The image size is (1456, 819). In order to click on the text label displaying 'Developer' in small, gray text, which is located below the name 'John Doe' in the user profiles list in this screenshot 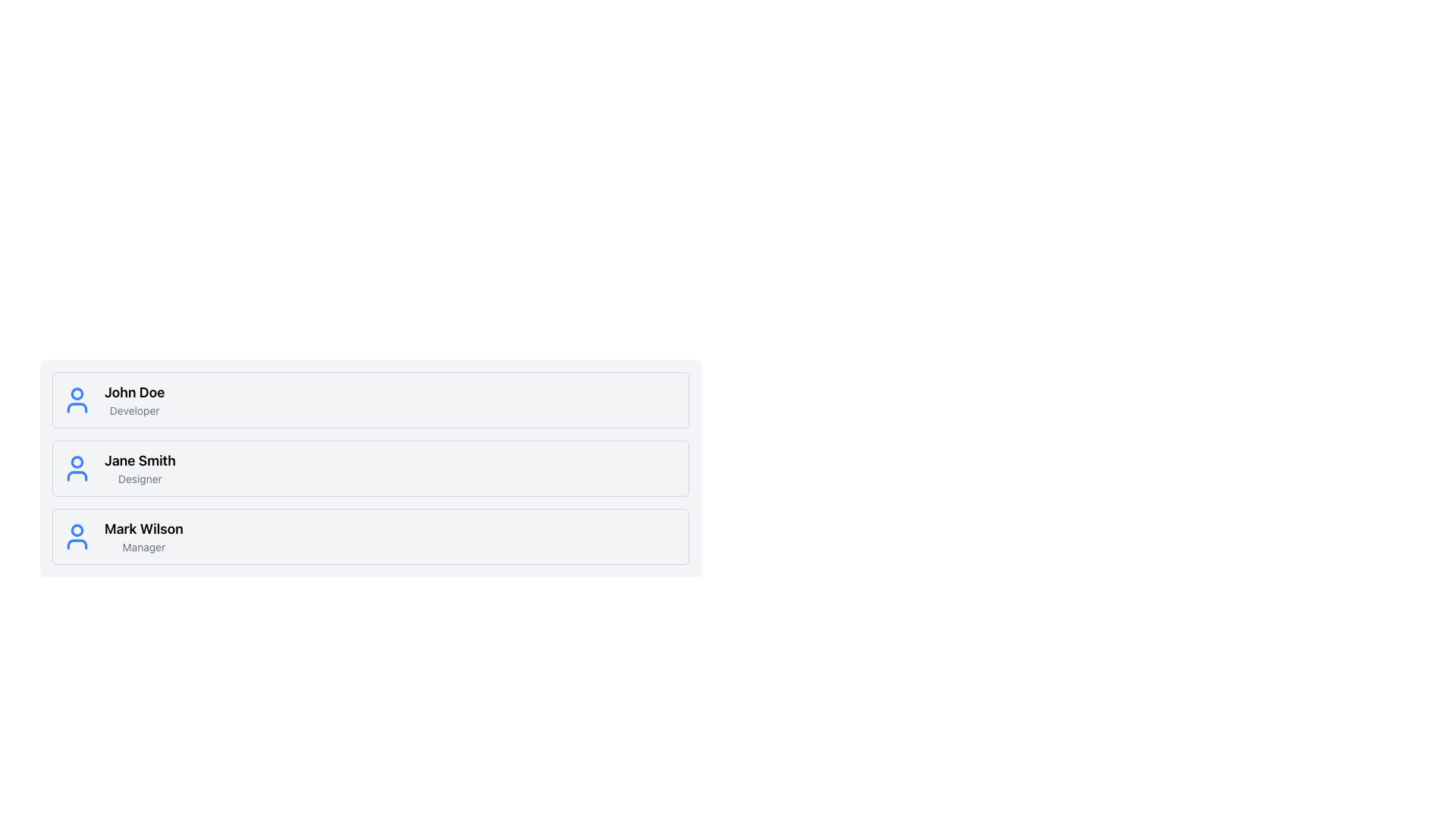, I will do `click(134, 411)`.